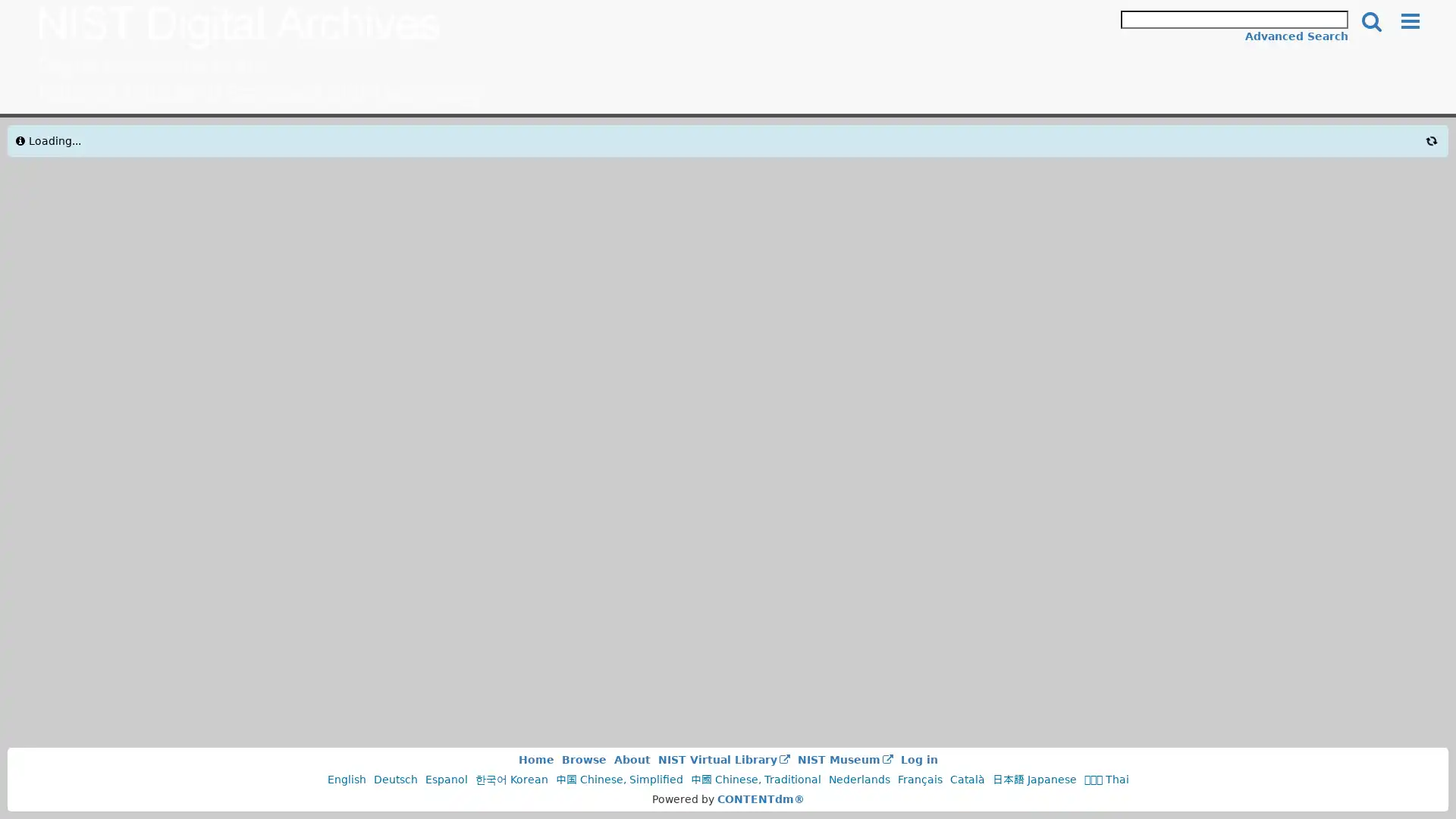 The height and width of the screenshot is (819, 1456). I want to click on close SeriesTitle Facet details, so click(86, 416).